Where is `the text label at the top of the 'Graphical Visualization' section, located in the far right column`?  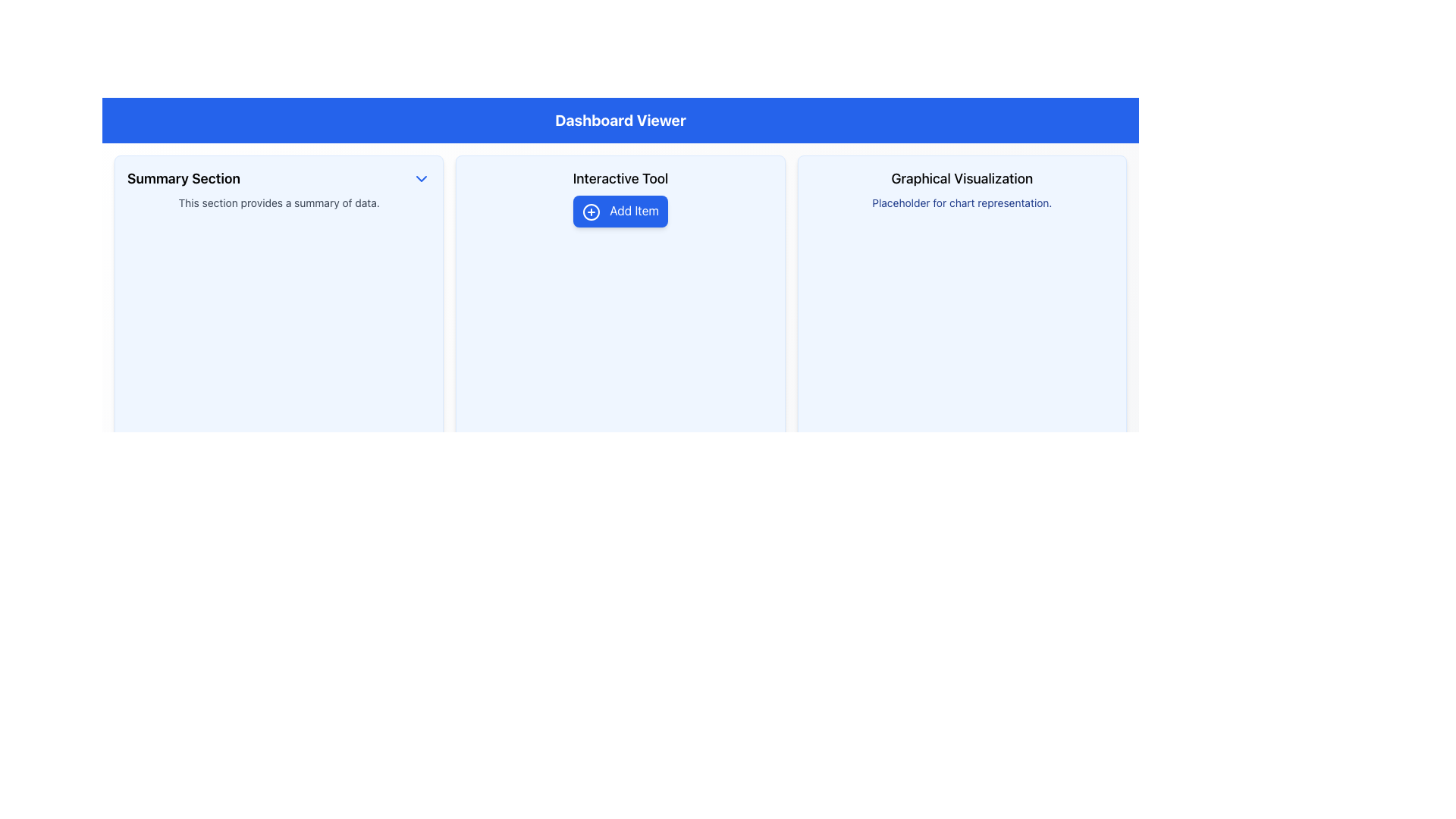 the text label at the top of the 'Graphical Visualization' section, located in the far right column is located at coordinates (961, 177).